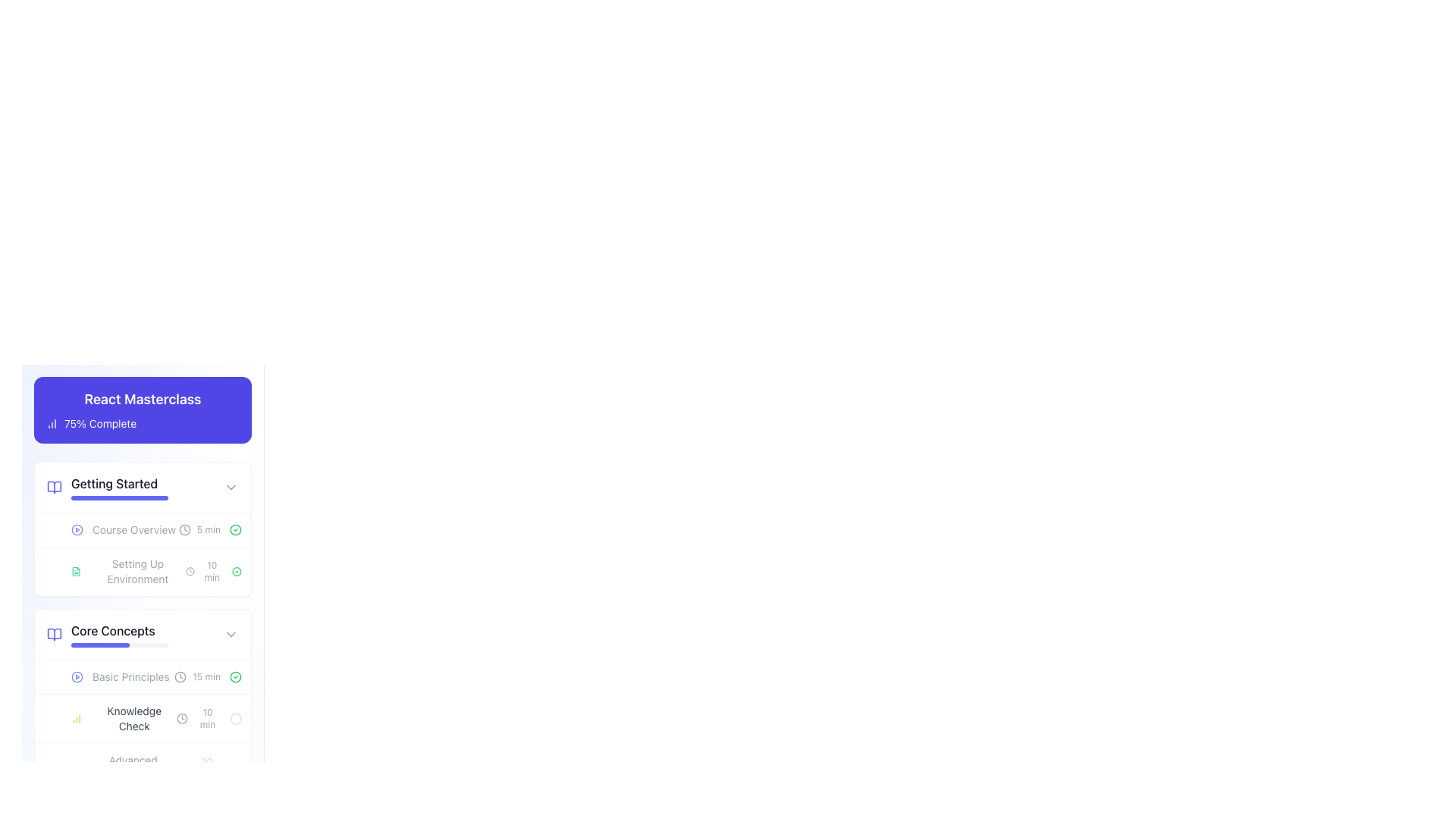  I want to click on the 'Getting Started' text label with a light gray bar located in the 'React Masterclass' section of the interface, so click(119, 488).